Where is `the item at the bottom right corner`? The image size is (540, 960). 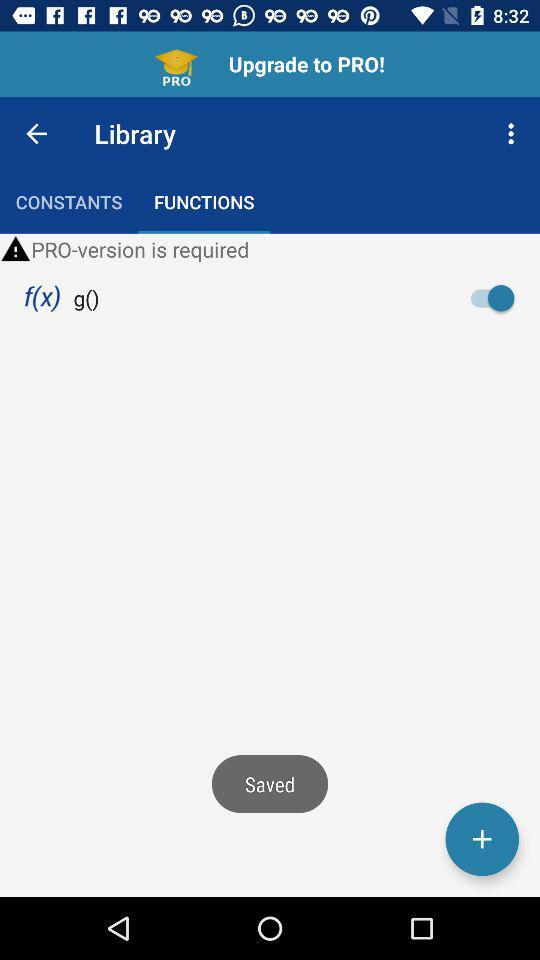 the item at the bottom right corner is located at coordinates (481, 839).